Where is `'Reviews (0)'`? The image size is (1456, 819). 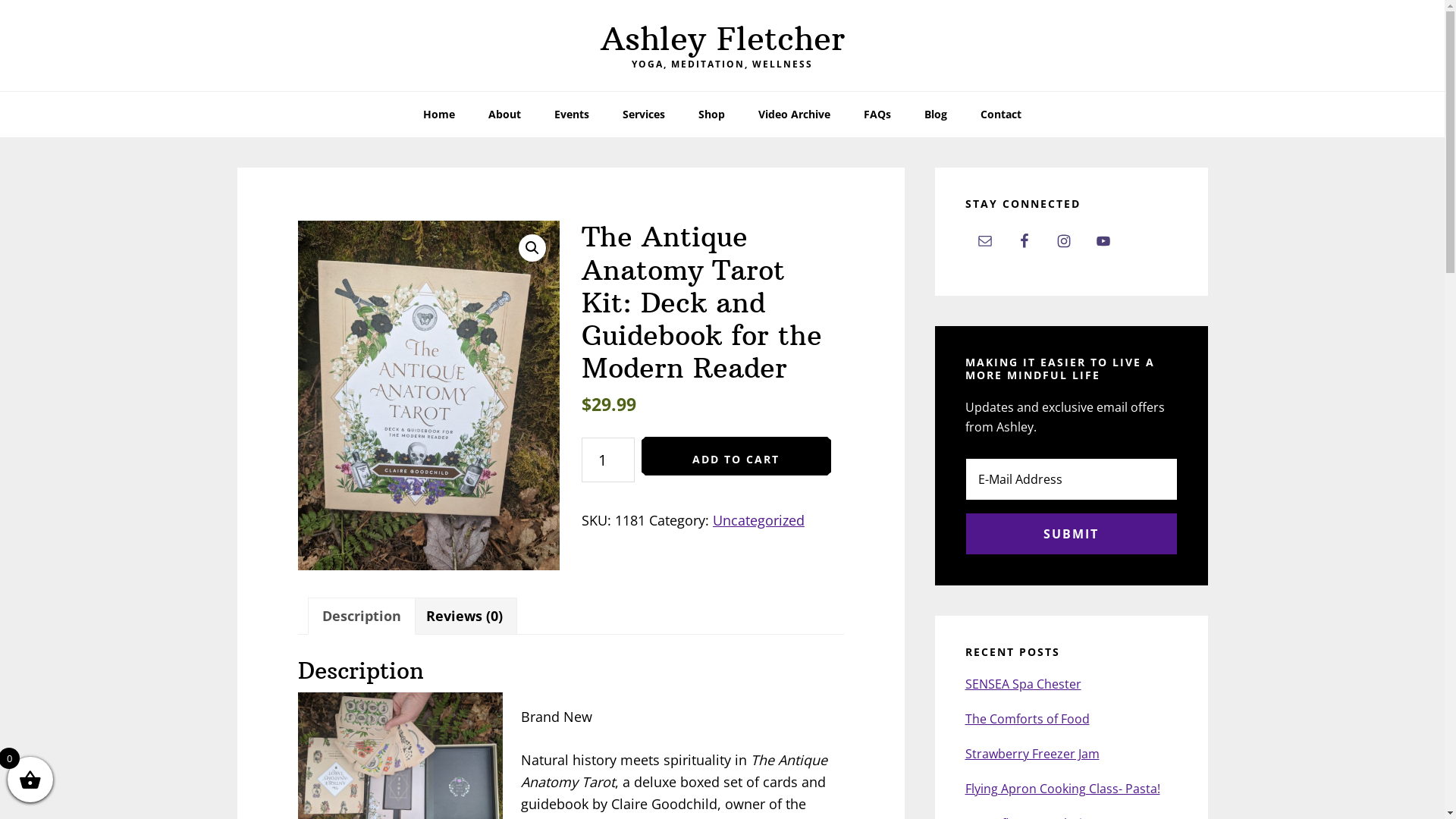 'Reviews (0)' is located at coordinates (463, 616).